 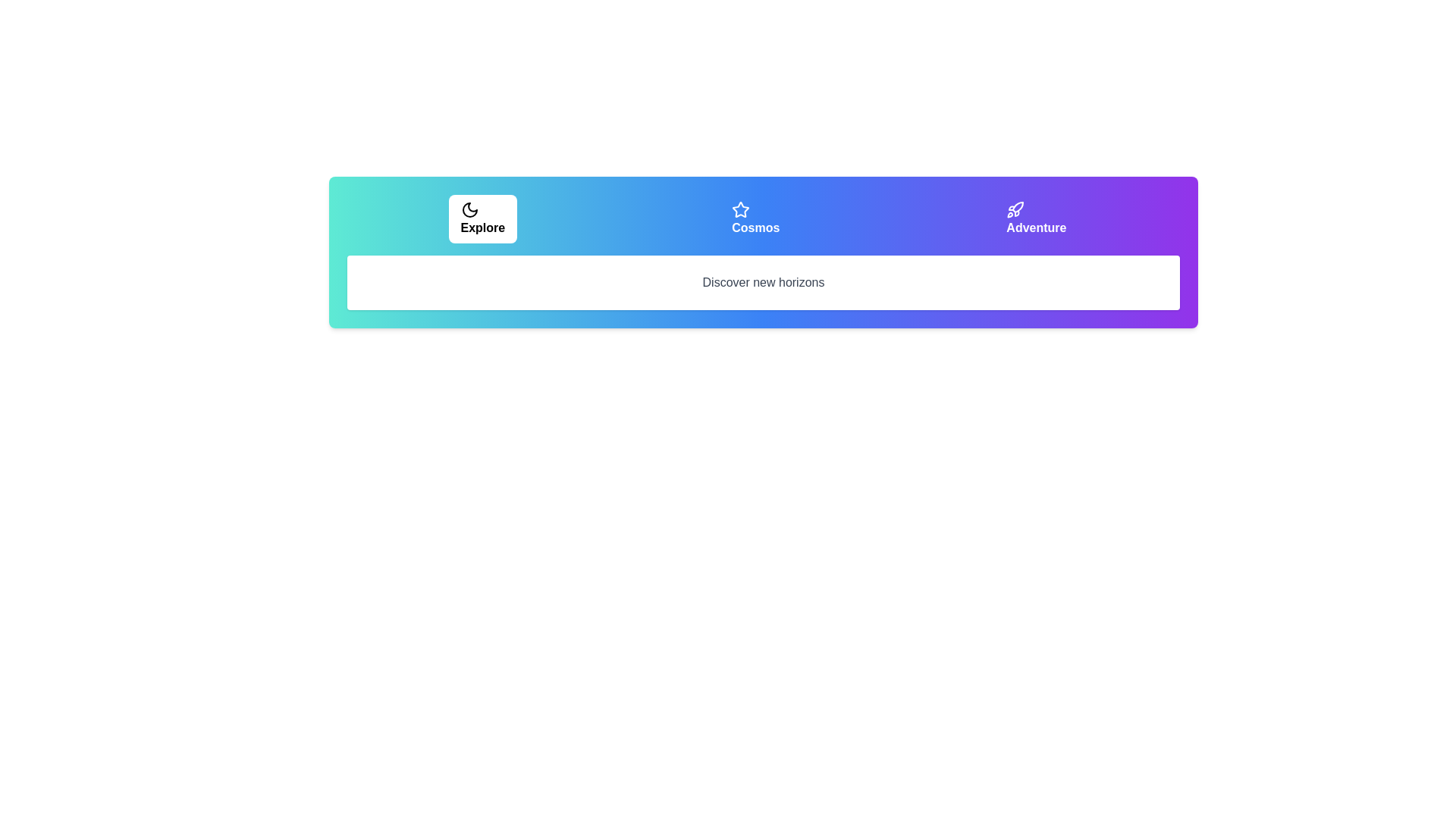 I want to click on the tab button labeled Cosmos, so click(x=755, y=219).